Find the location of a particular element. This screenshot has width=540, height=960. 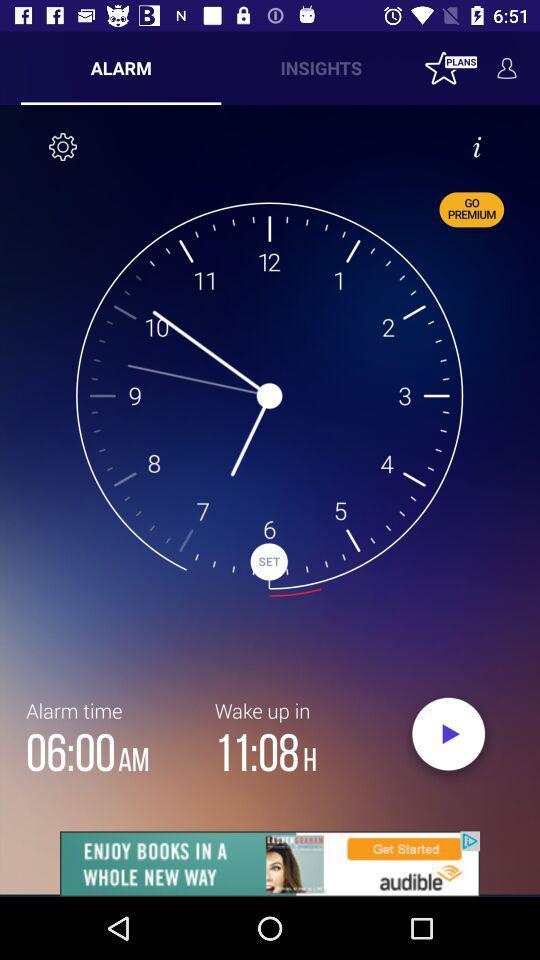

inforamation about time is located at coordinates (475, 145).